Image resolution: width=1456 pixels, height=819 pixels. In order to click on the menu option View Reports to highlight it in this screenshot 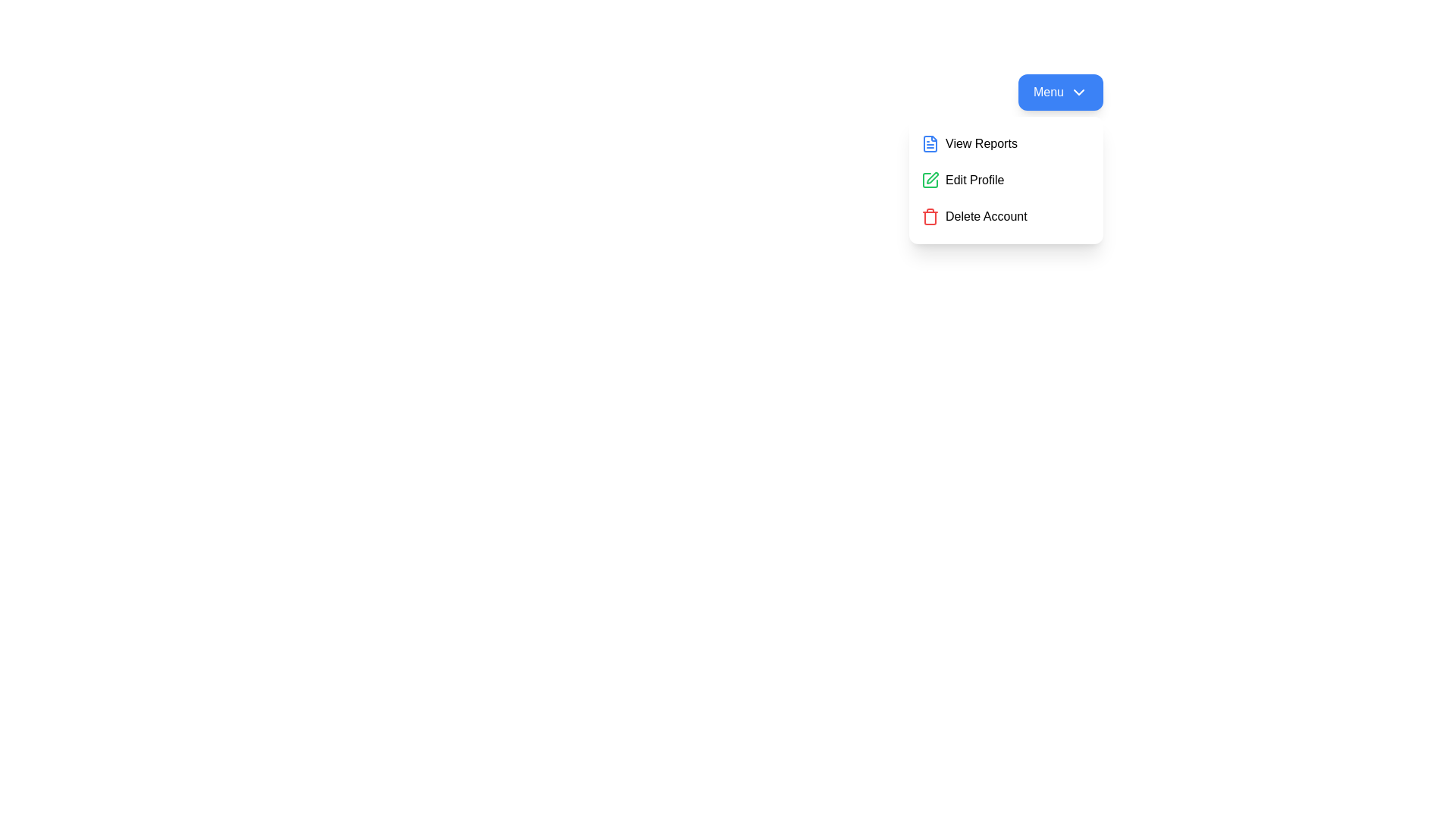, I will do `click(1006, 143)`.